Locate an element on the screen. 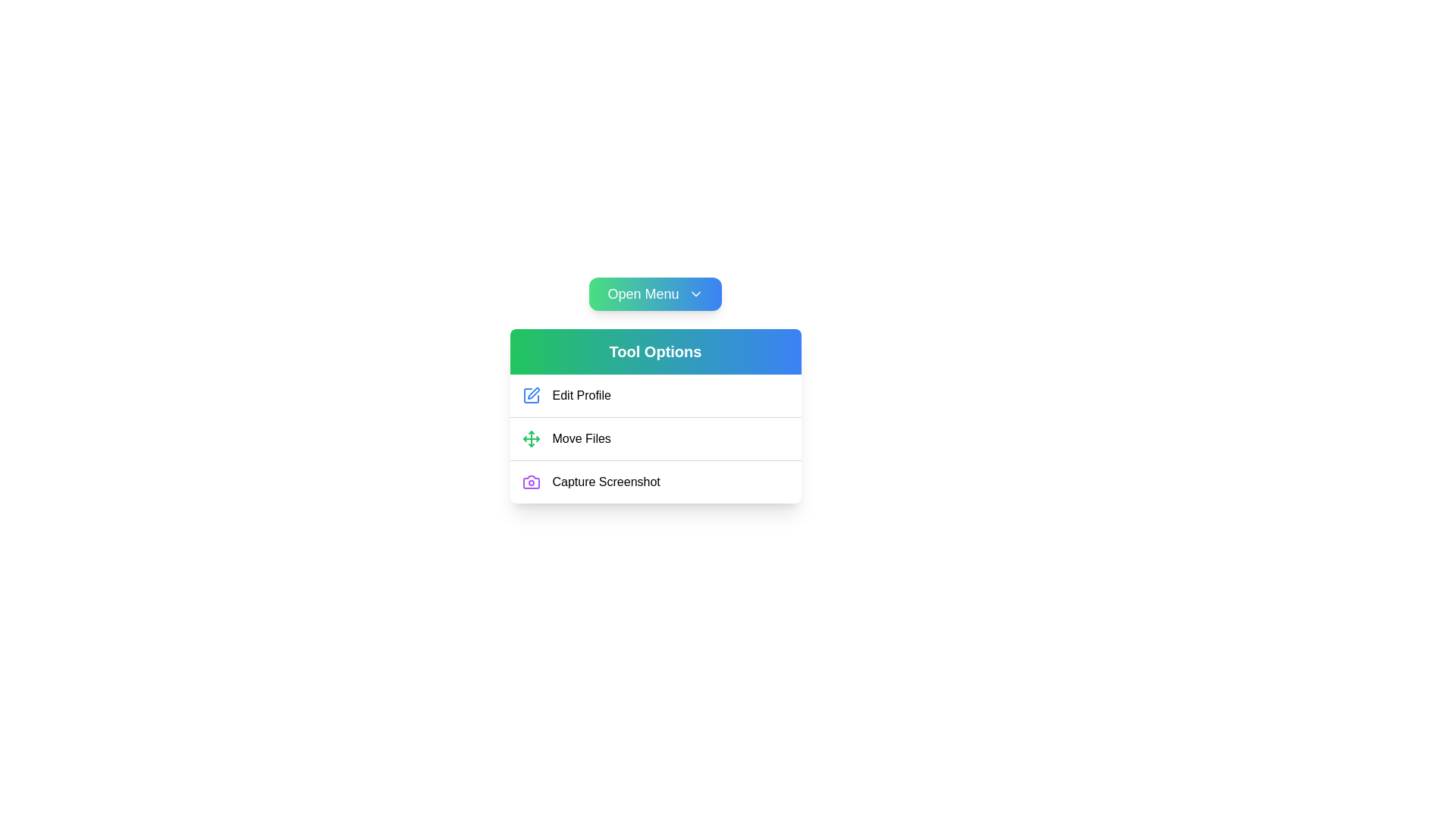 The image size is (1456, 819). the camera icon with a purple outline that is located to the left of the 'Capture Screenshot' text for accessibility navigation is located at coordinates (531, 482).